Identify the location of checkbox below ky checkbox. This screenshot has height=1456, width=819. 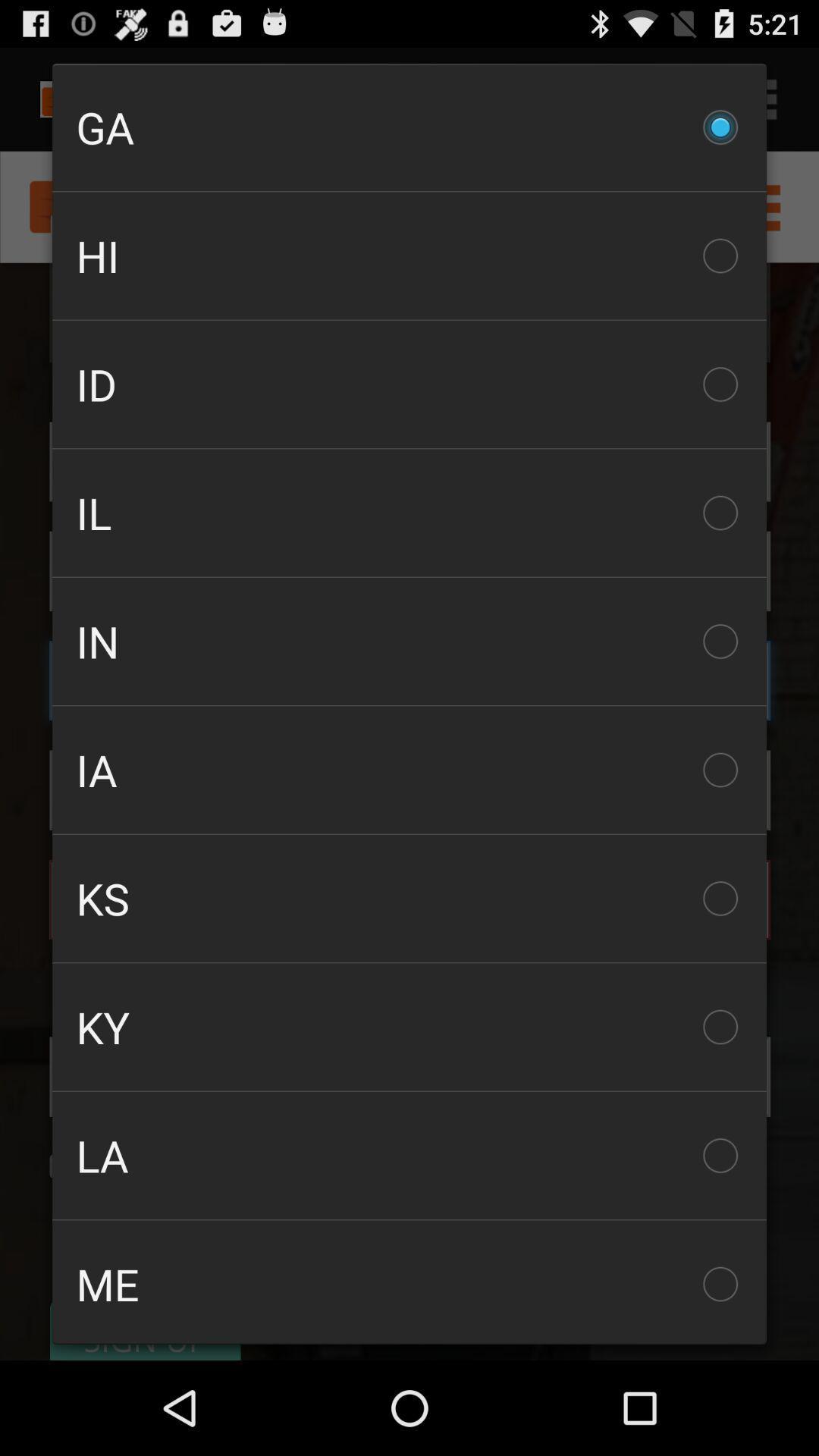
(409, 1154).